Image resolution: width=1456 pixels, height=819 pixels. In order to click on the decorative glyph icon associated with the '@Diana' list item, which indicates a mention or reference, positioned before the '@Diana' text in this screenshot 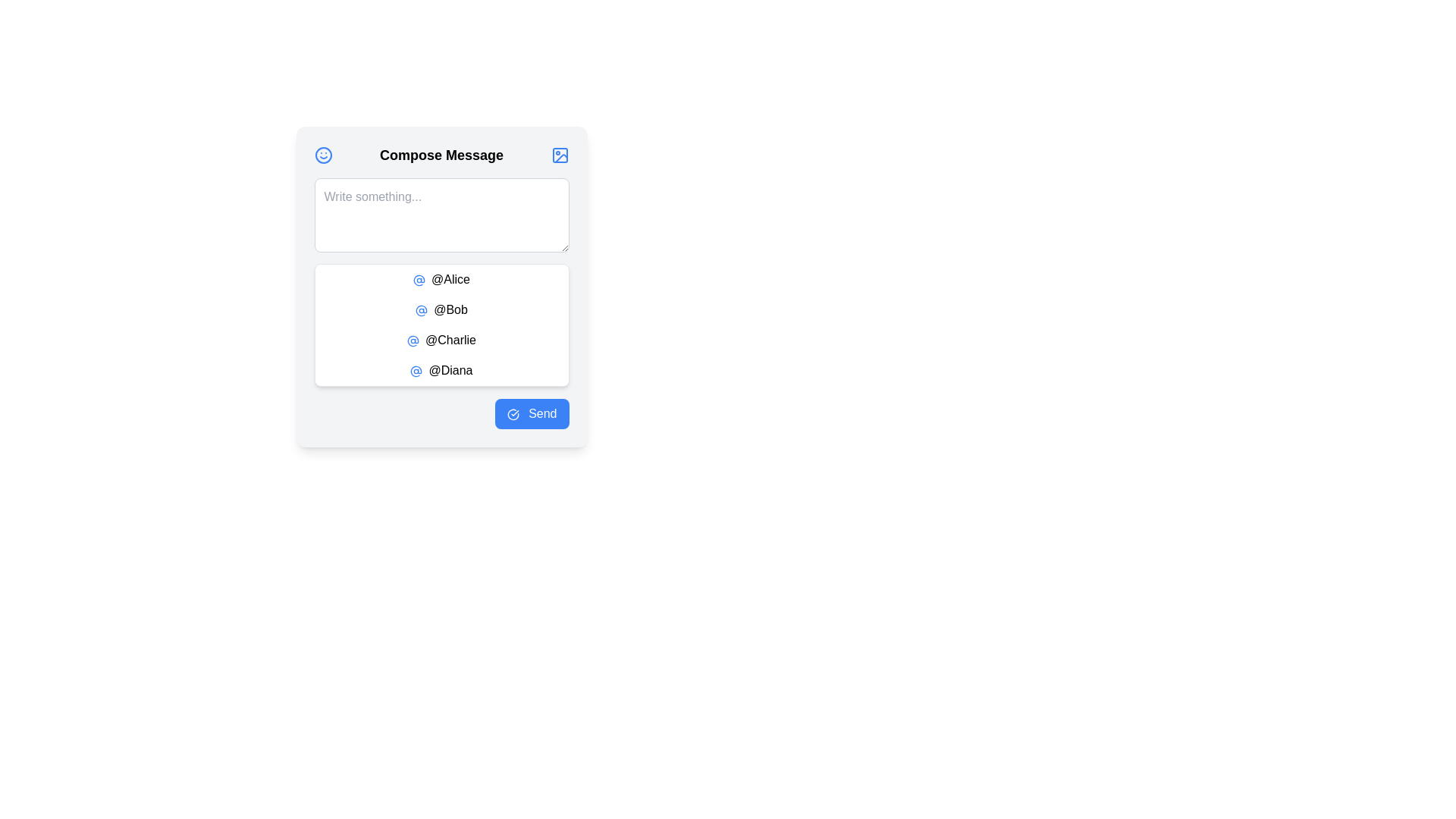, I will do `click(416, 371)`.